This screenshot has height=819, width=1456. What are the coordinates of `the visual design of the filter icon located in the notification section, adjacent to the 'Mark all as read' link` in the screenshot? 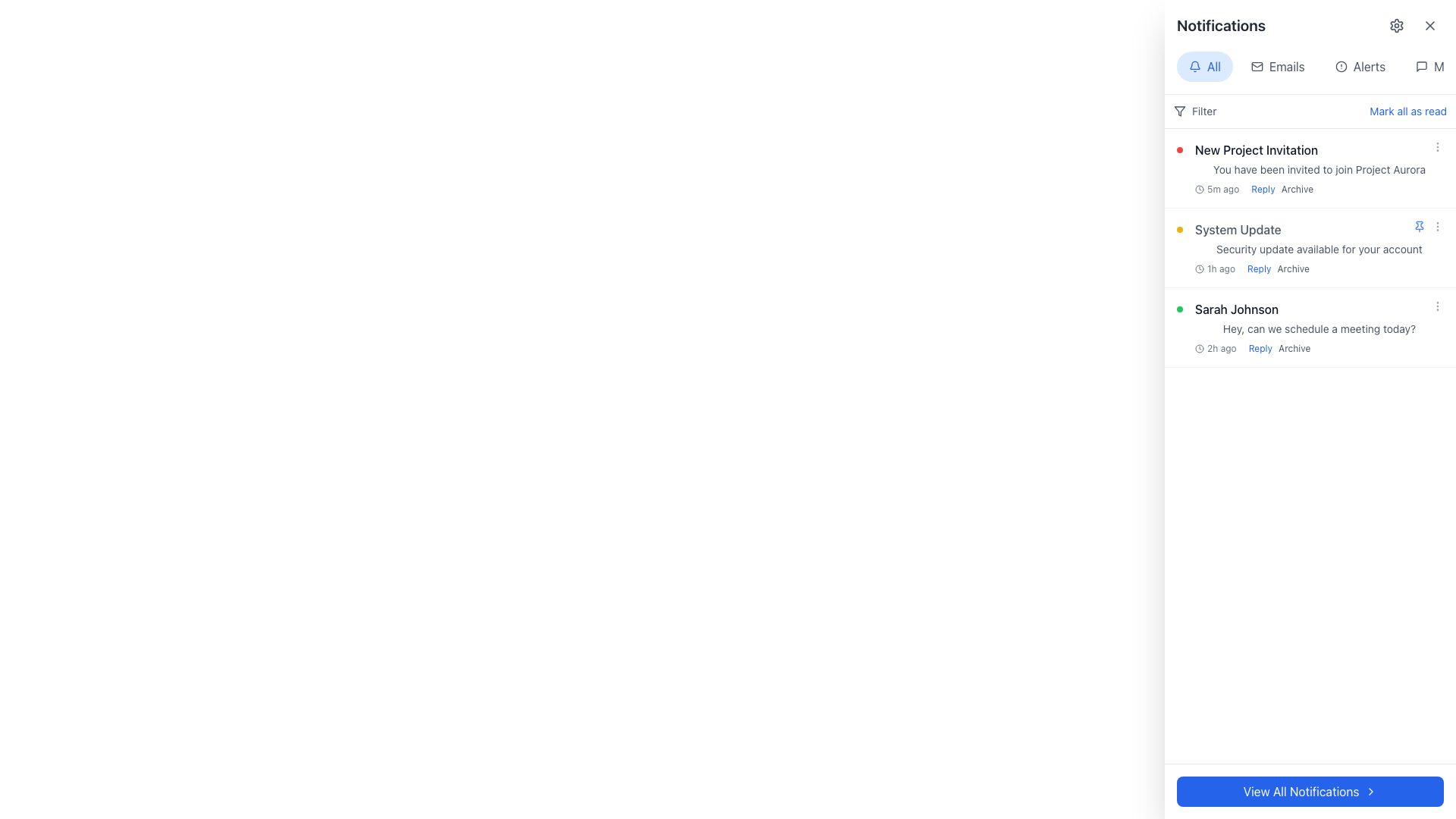 It's located at (1178, 110).